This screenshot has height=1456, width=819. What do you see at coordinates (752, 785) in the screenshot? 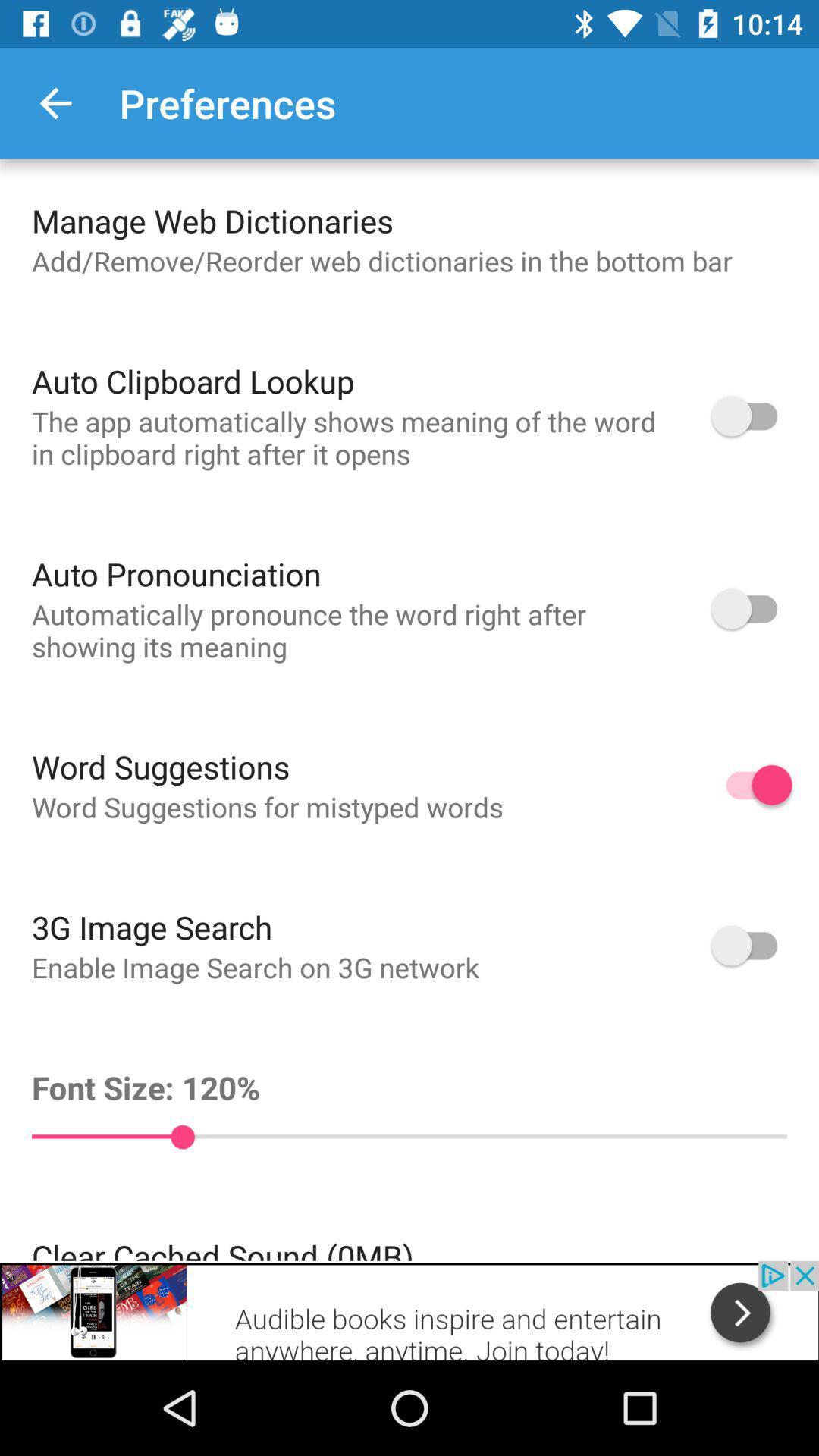
I see `enable word suggetions option` at bounding box center [752, 785].